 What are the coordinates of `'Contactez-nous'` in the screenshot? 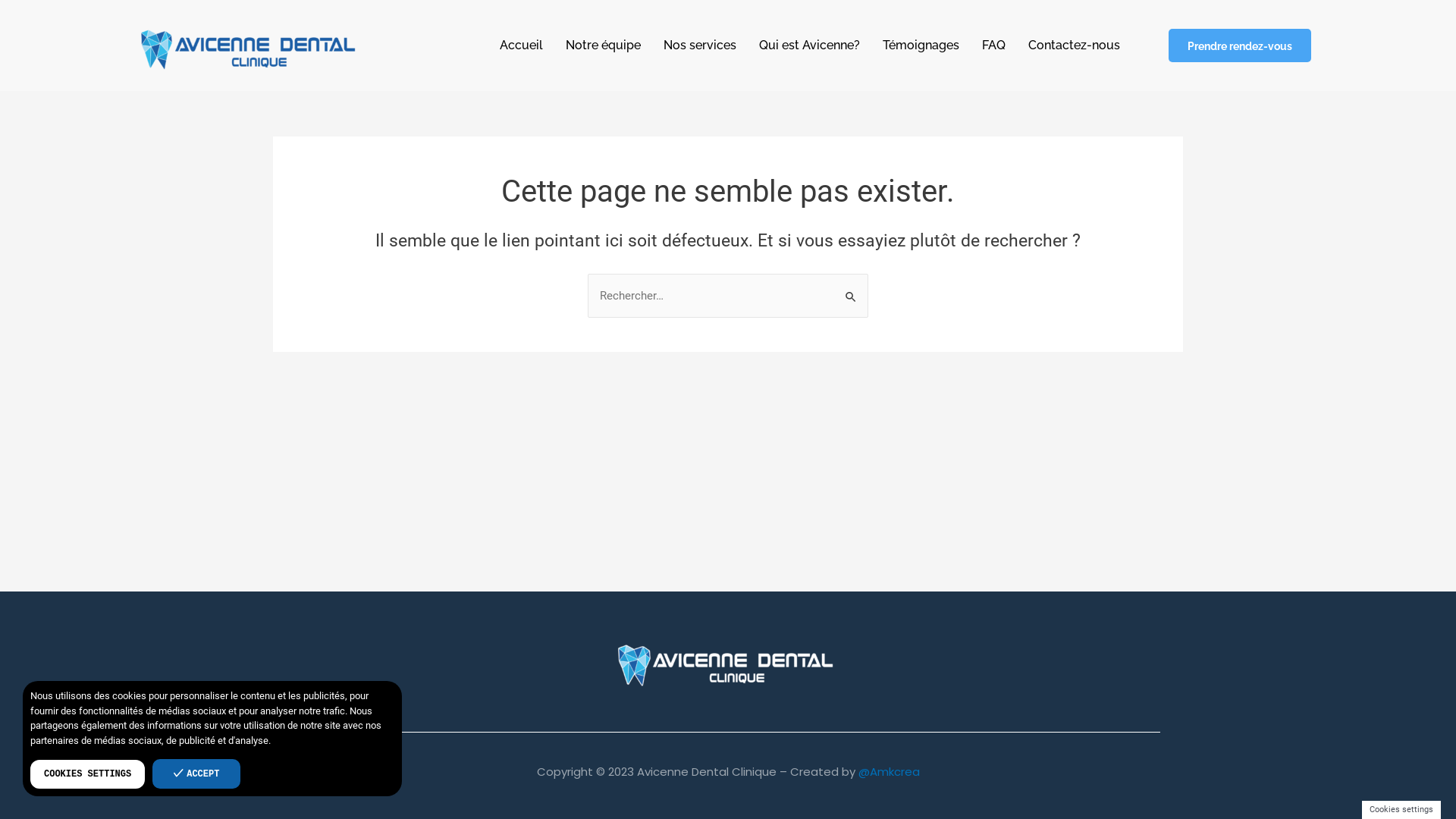 It's located at (1073, 45).